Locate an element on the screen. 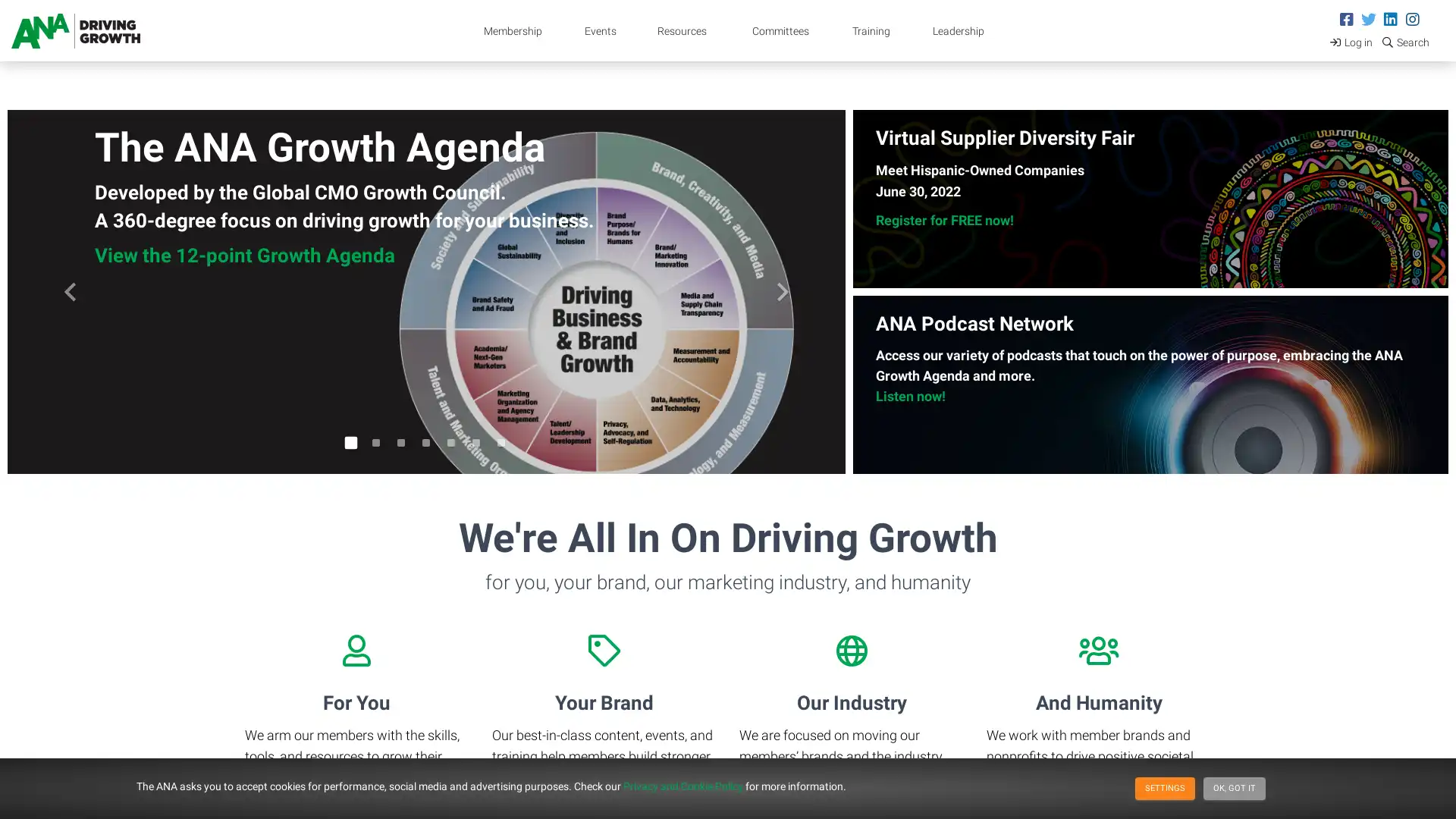 This screenshot has width=1456, height=819. keyboard_arrow_right Next is located at coordinates (782, 292).